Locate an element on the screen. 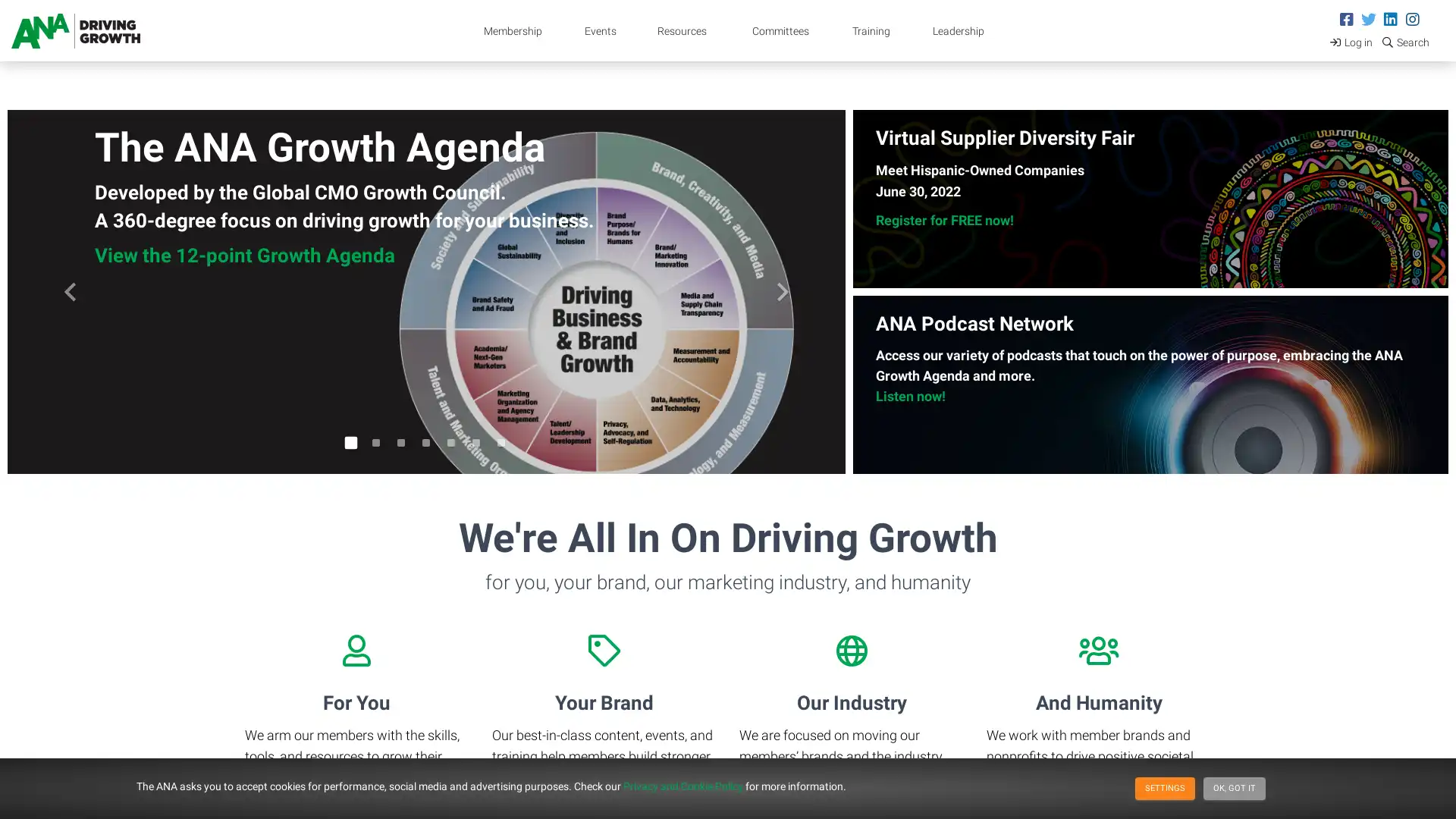 This screenshot has width=1456, height=819. keyboard_arrow_right Next is located at coordinates (782, 292).